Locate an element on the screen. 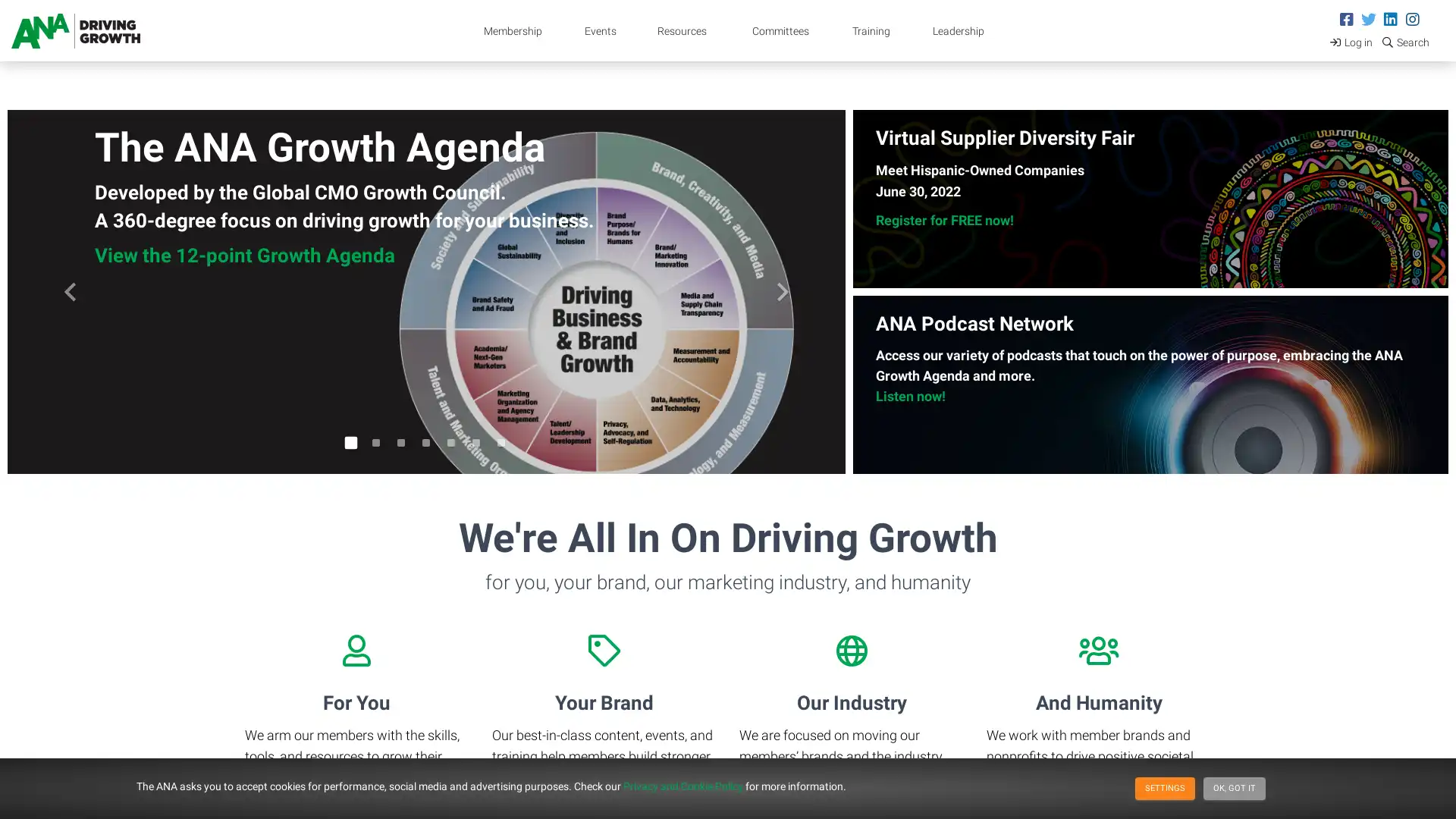 This screenshot has width=1456, height=819. keyboard_arrow_right Next is located at coordinates (782, 292).